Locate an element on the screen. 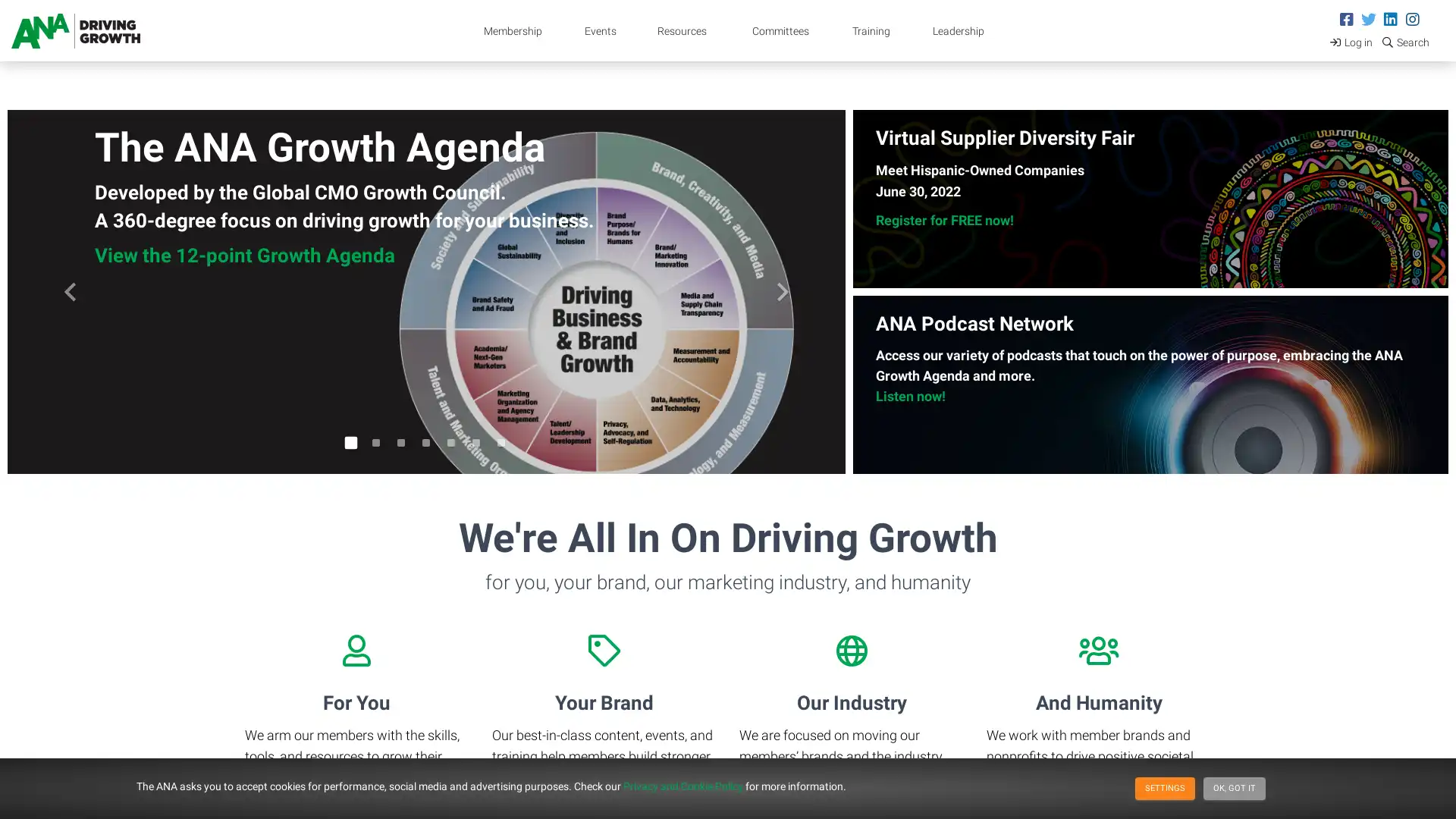 This screenshot has width=1456, height=819. keyboard_arrow_right Next is located at coordinates (782, 292).